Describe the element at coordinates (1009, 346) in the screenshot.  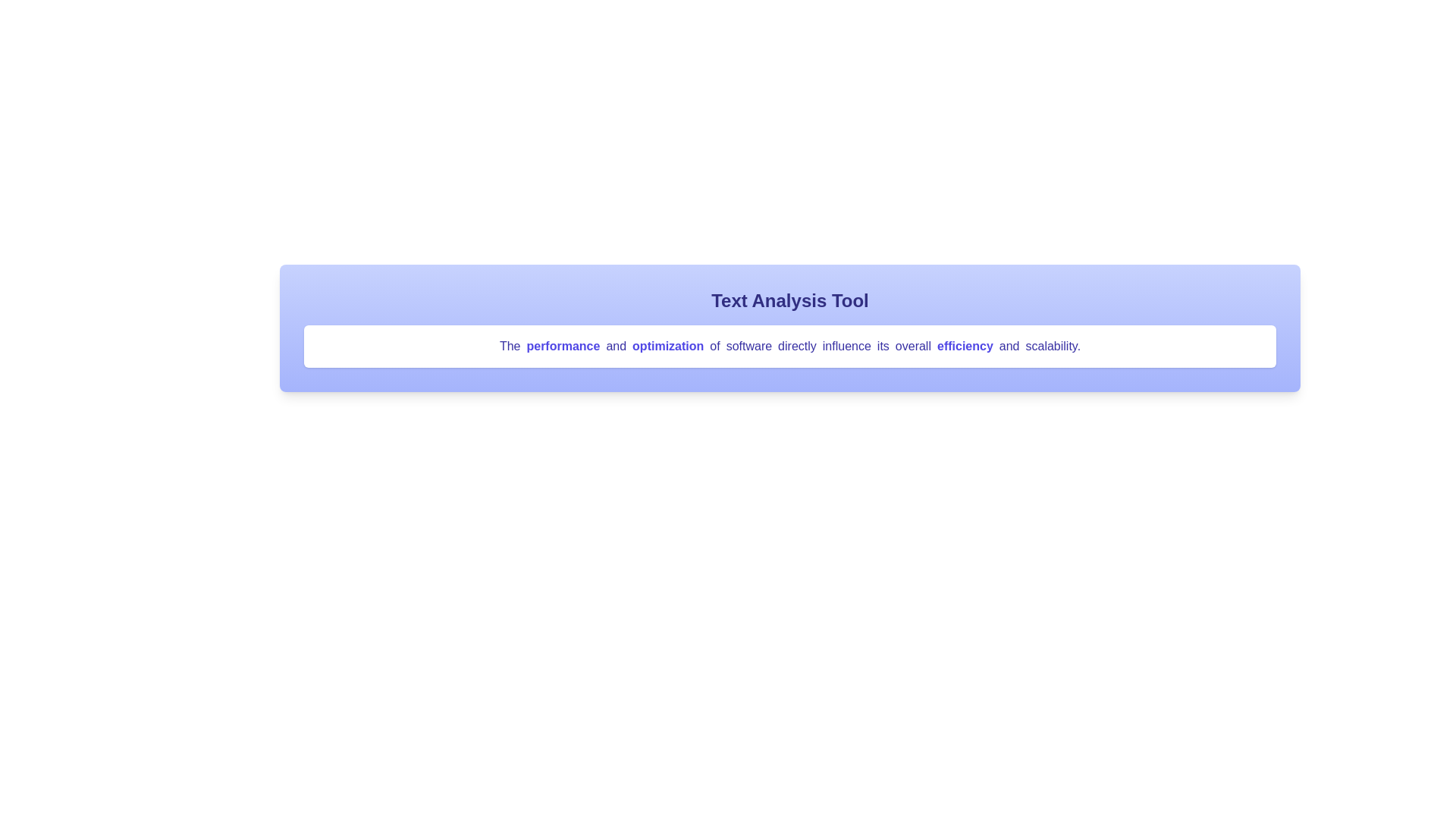
I see `the text element containing the word 'and', styled in blue, positioned between 'efficiency' and 'scalability' in a sentence` at that location.